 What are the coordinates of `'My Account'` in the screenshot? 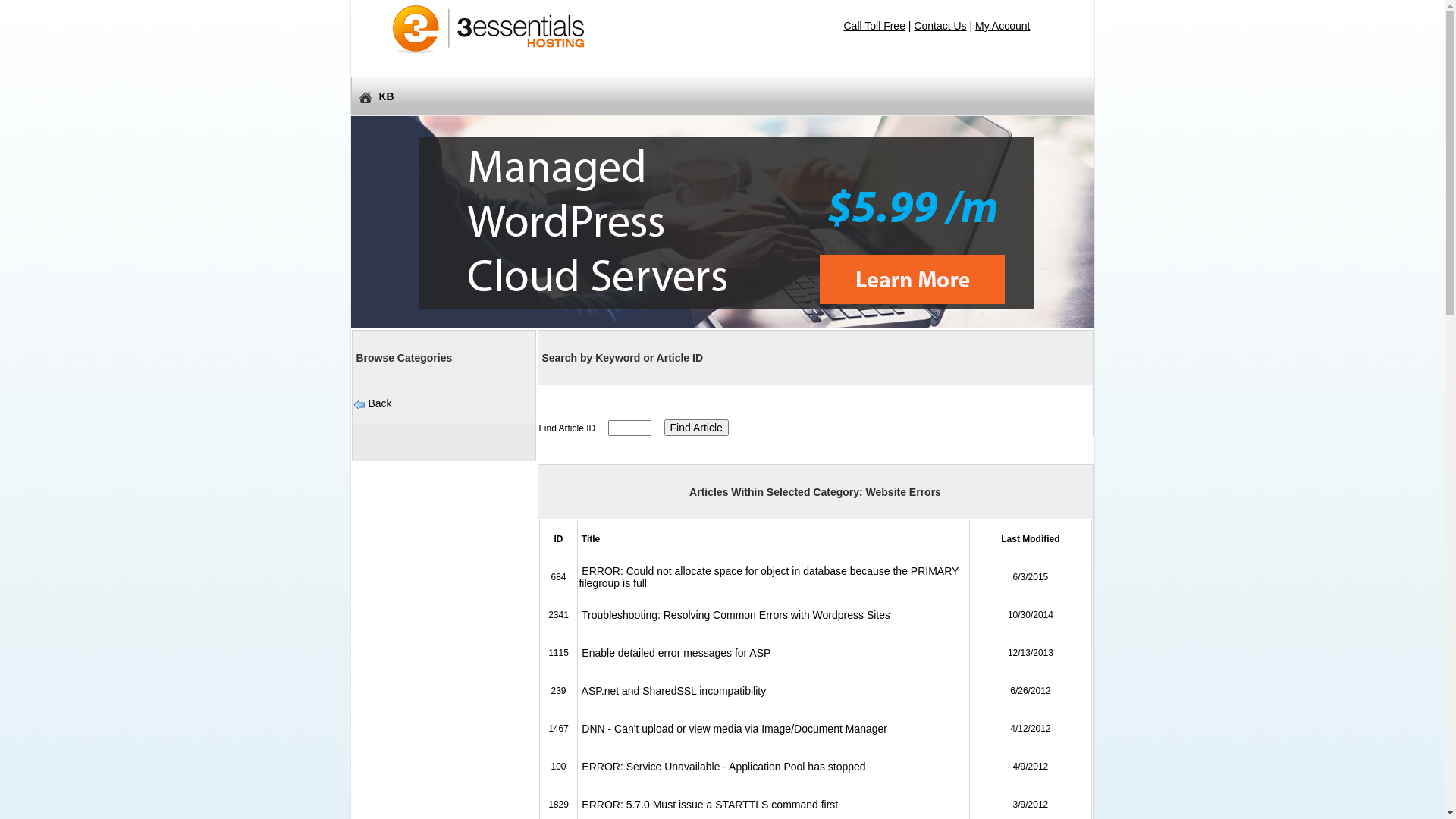 It's located at (1002, 26).